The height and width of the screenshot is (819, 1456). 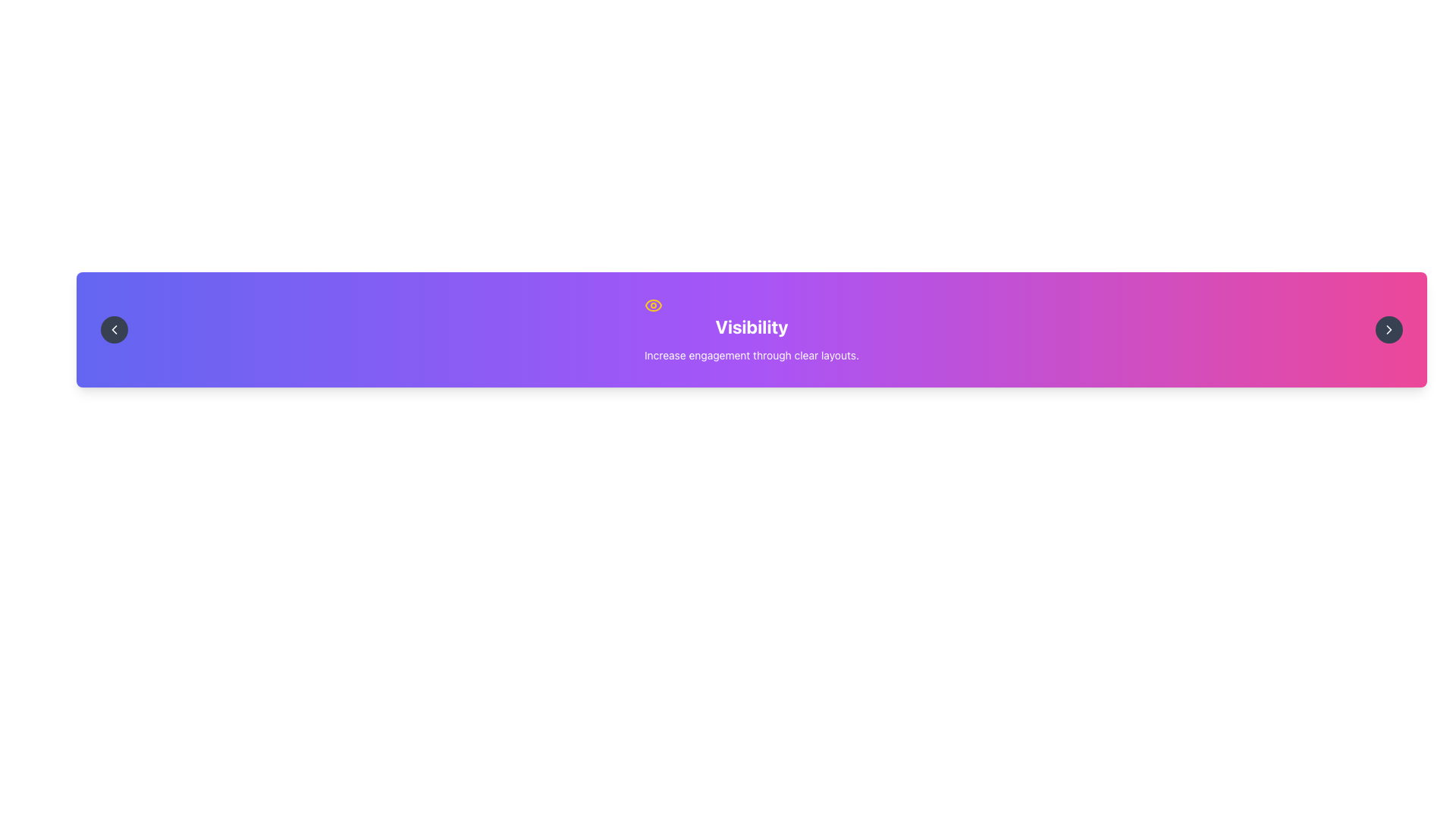 I want to click on the Icon Button (Chevron Left) located at the top-left area of the bar, so click(x=113, y=329).